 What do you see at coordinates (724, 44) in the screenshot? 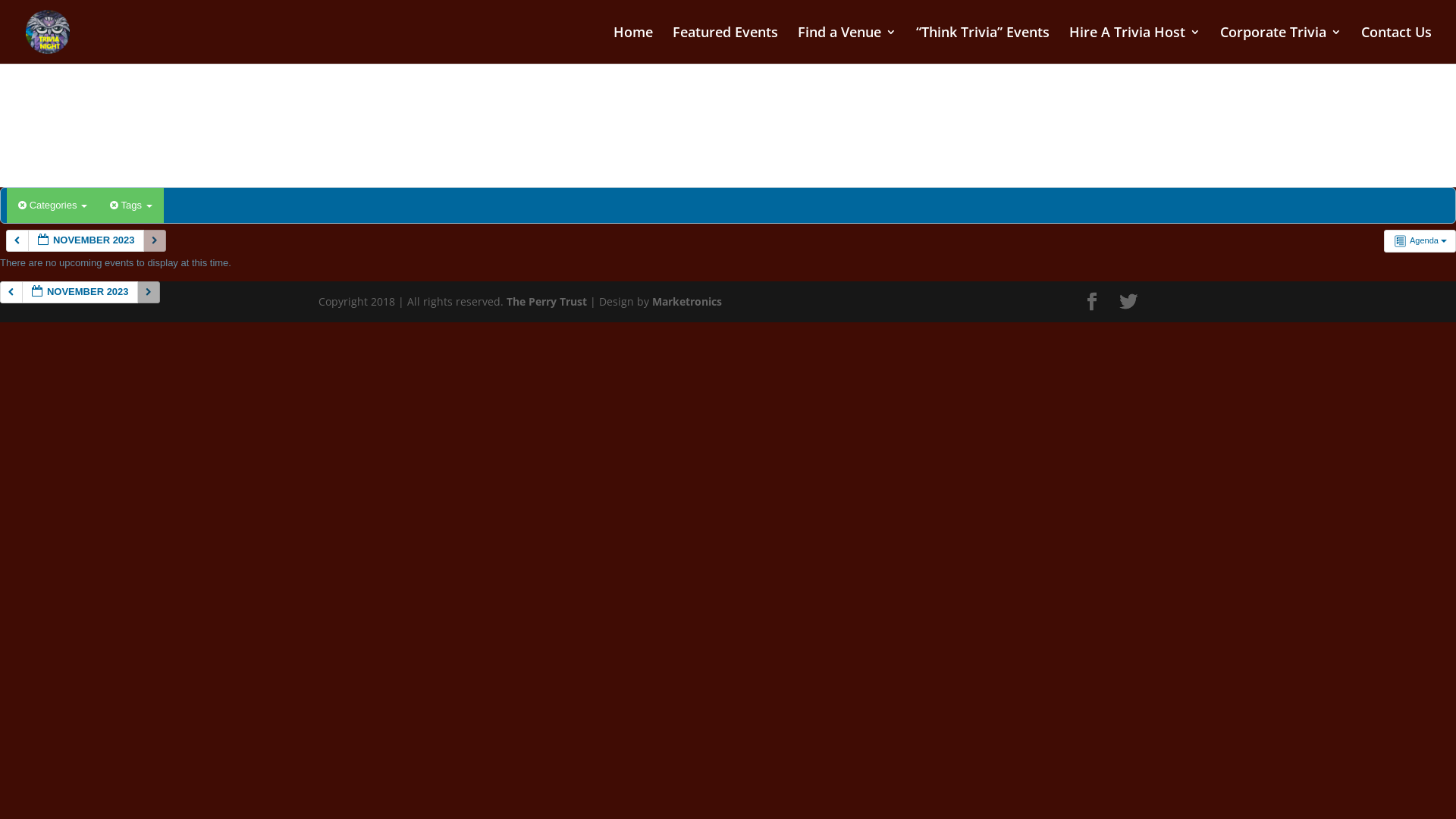
I see `'Featured Events'` at bounding box center [724, 44].